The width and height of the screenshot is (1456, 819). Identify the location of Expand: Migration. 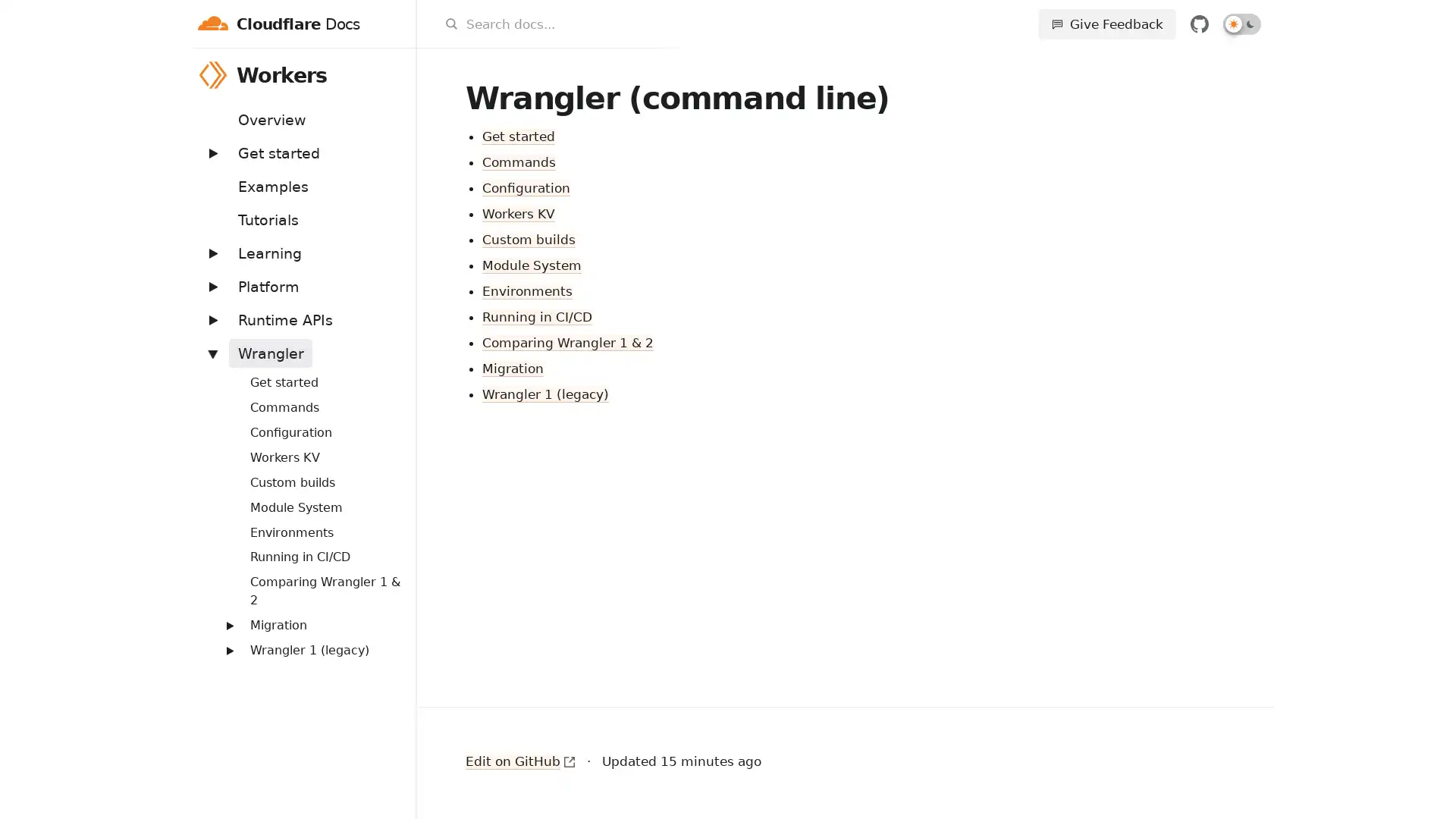
(228, 625).